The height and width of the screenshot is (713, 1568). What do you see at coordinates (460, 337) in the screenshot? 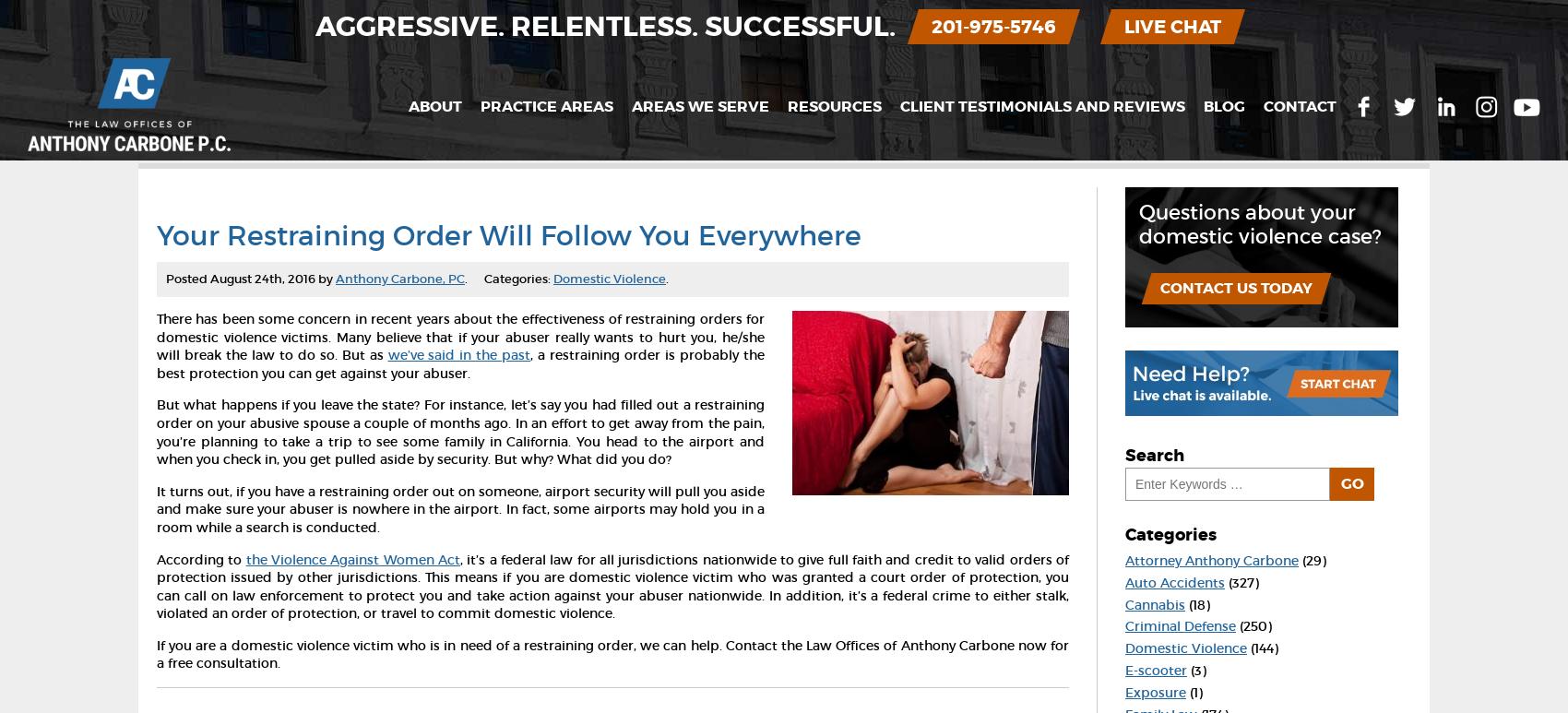
I see `'There has been some concern in recent years about the effectiveness of restraining orders for domestic violence victims. Many believe that if your abuser really wants to hurt you, he/she will break the law to do so. But as'` at bounding box center [460, 337].